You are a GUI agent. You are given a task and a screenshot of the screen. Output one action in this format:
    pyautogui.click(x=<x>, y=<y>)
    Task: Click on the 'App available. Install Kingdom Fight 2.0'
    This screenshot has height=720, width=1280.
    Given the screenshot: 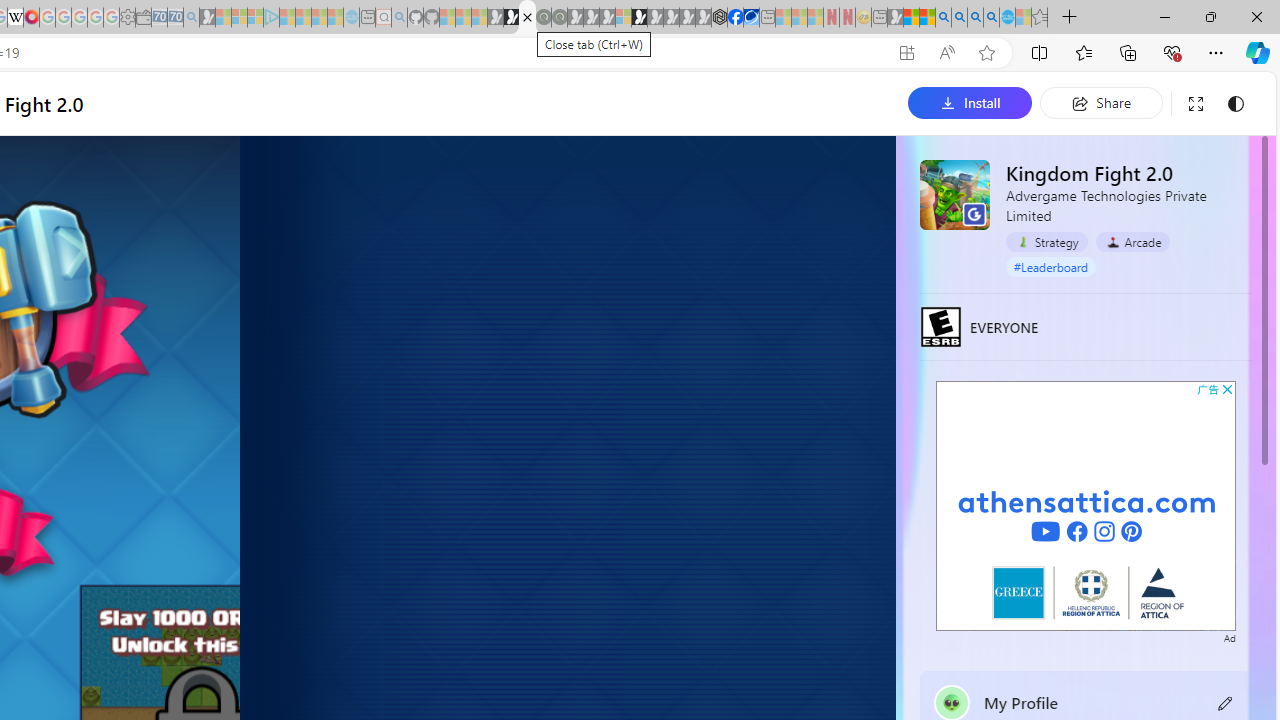 What is the action you would take?
    pyautogui.click(x=905, y=52)
    